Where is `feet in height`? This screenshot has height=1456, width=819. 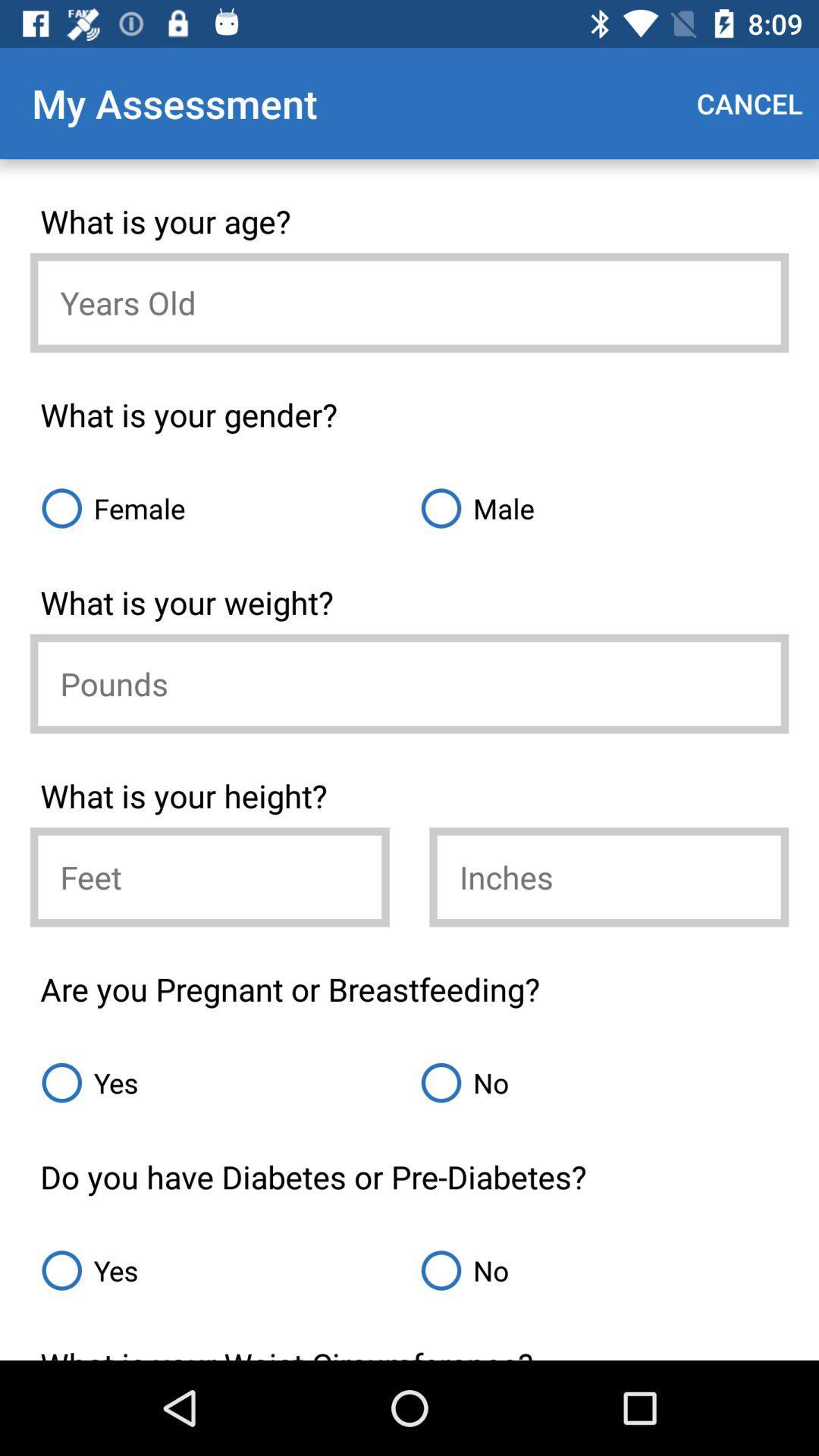 feet in height is located at coordinates (209, 877).